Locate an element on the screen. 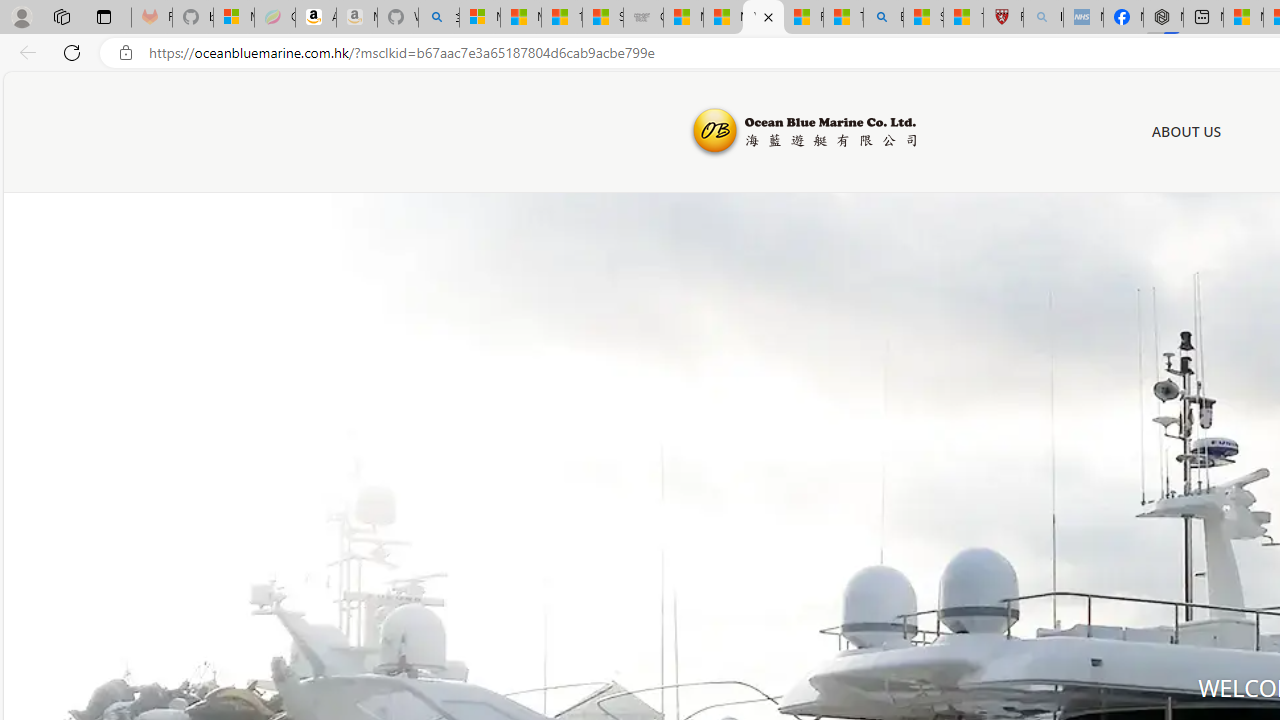 This screenshot has width=1280, height=720. 'Robert H. Shmerling, MD - Harvard Health' is located at coordinates (1003, 17).